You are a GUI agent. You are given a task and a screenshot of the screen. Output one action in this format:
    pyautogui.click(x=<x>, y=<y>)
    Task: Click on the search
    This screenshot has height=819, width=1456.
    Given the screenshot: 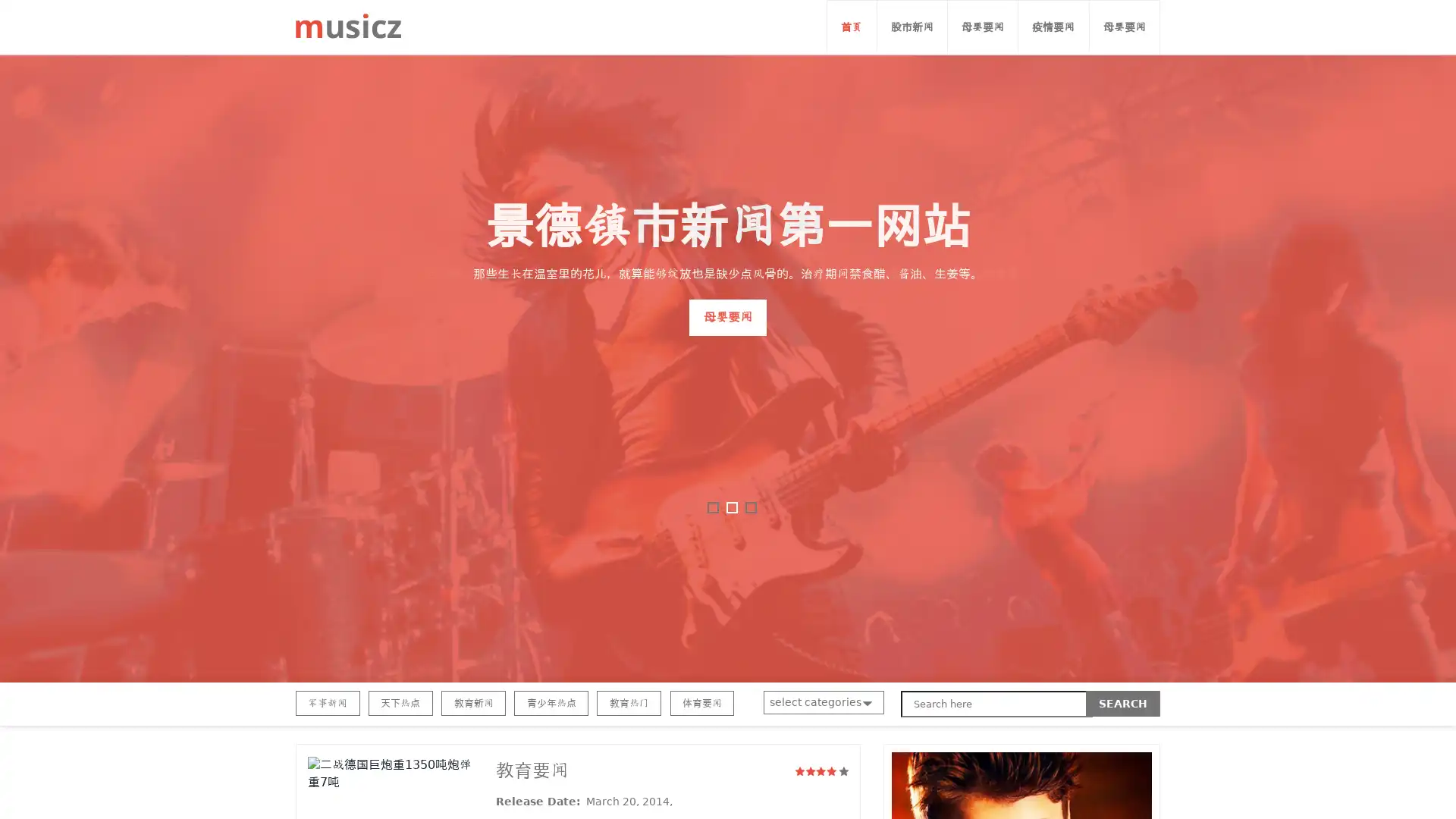 What is the action you would take?
    pyautogui.click(x=1123, y=704)
    